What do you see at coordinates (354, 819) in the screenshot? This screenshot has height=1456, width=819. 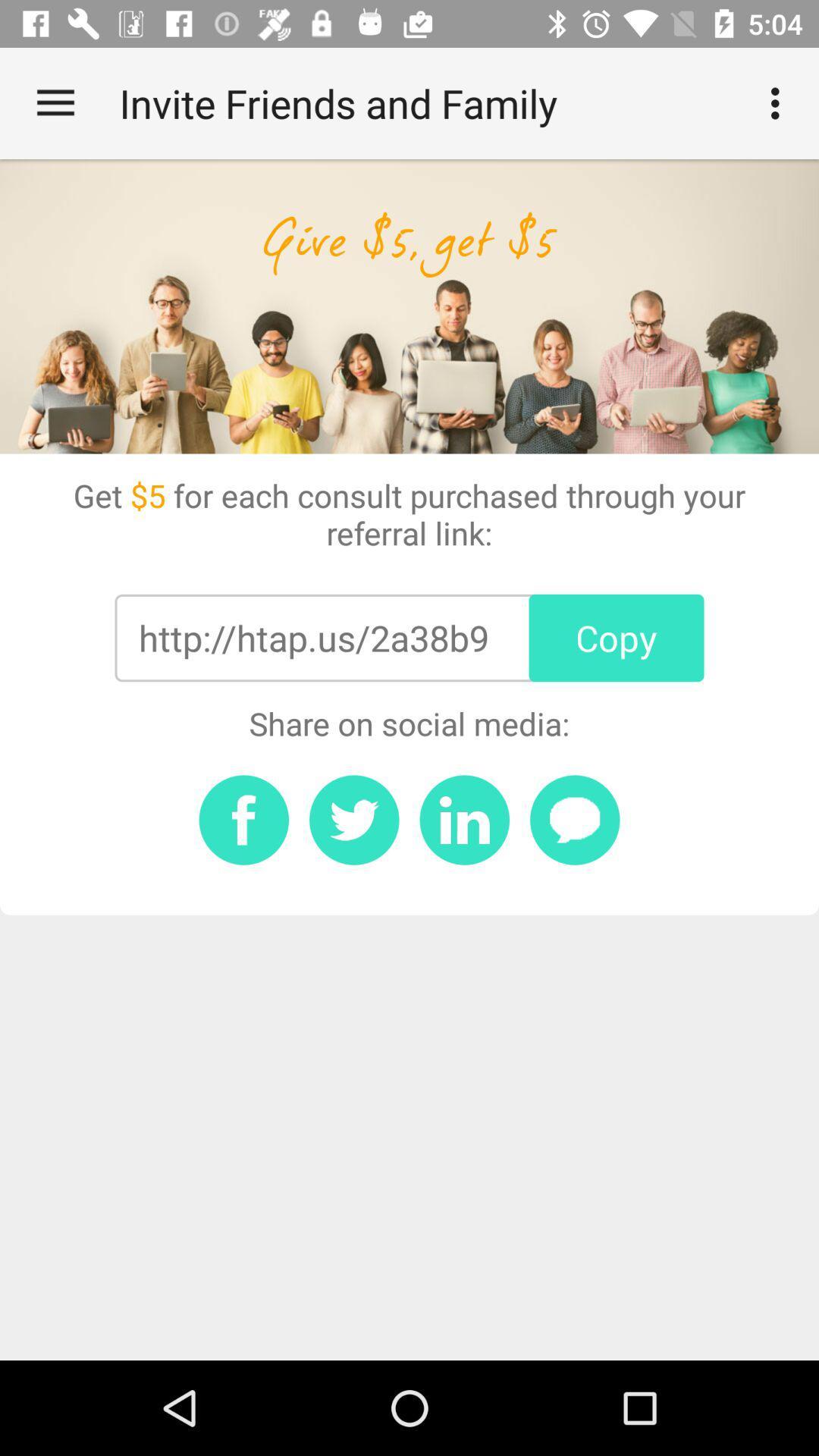 I see `twitter` at bounding box center [354, 819].